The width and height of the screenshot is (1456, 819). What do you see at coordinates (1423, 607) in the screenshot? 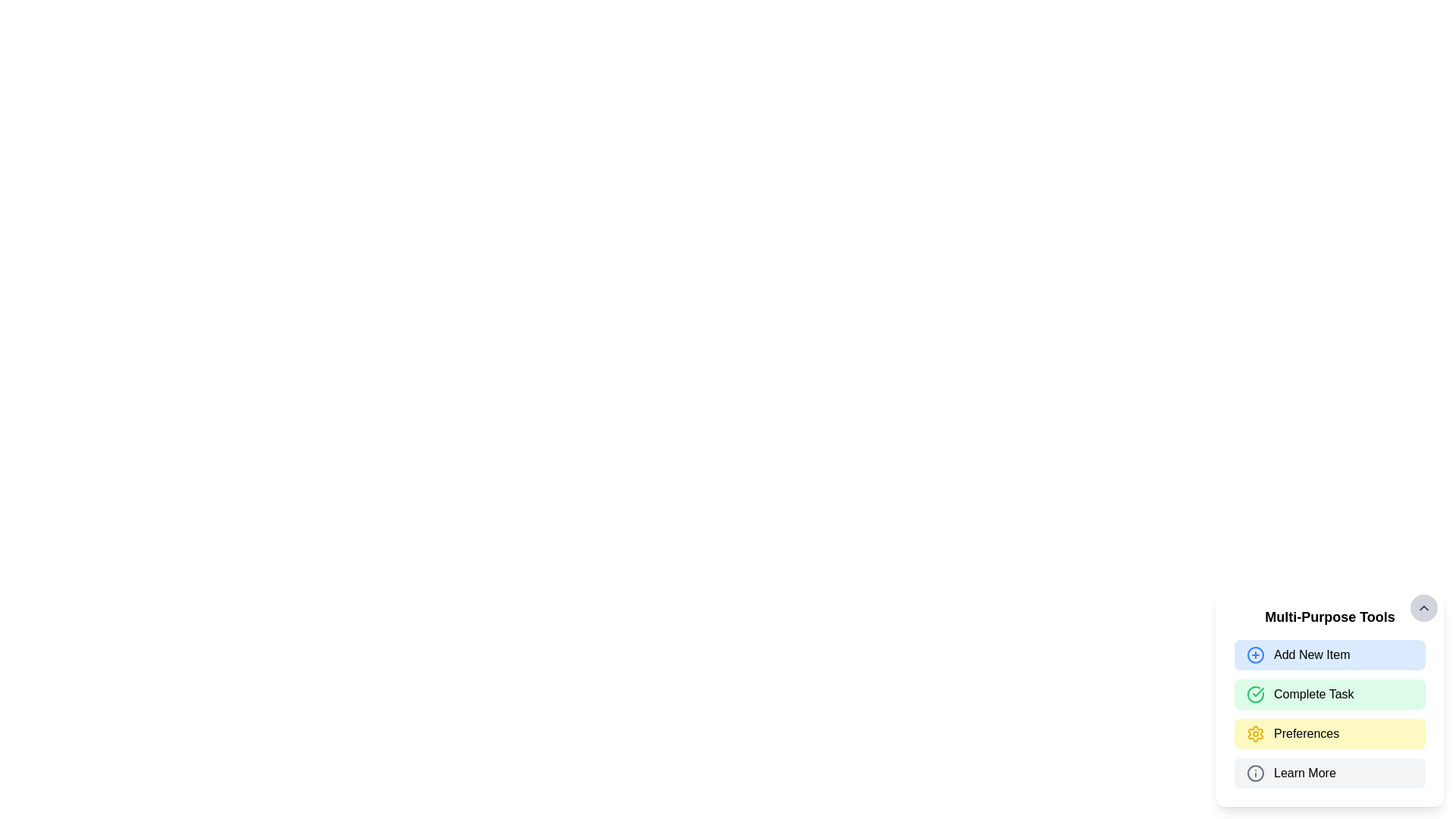
I see `the upward-pointing chevron arrow icon button with a black stroke on a circular gray background located in the top right corner of the 'Multi-Purpose Tools' box` at bounding box center [1423, 607].